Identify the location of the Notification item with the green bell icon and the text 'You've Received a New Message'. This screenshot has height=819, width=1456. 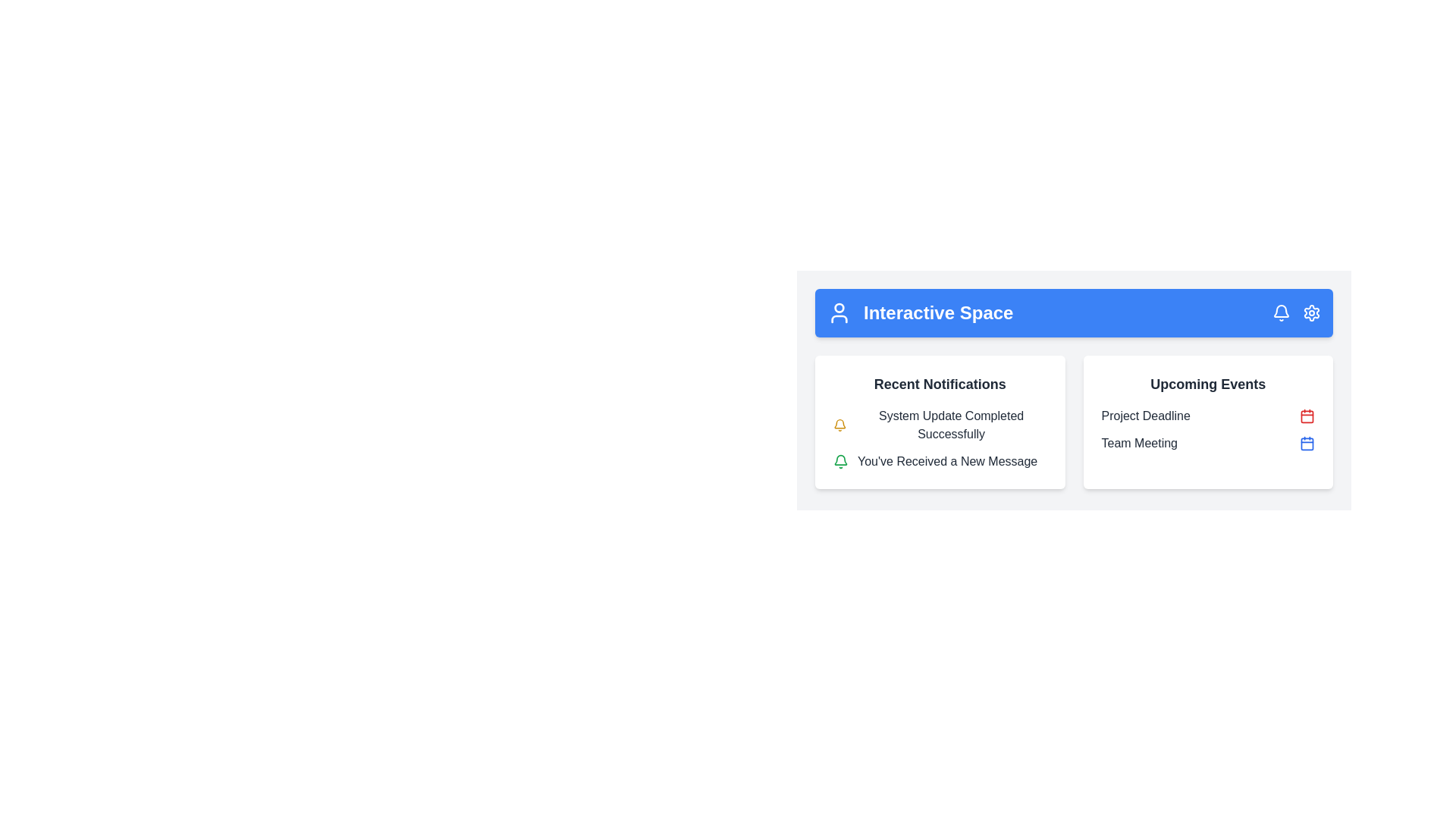
(939, 461).